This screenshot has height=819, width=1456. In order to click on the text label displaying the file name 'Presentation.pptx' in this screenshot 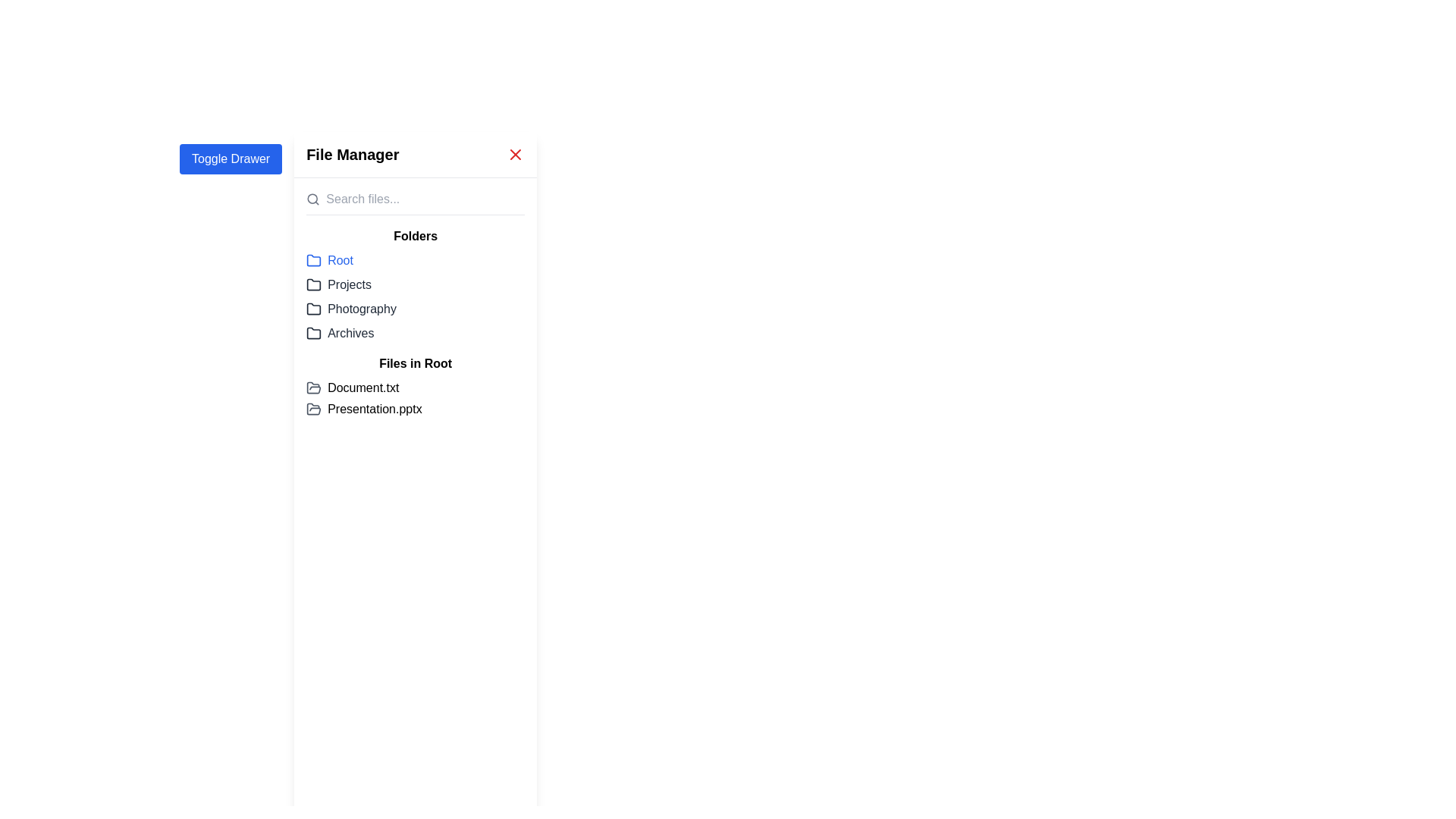, I will do `click(375, 409)`.